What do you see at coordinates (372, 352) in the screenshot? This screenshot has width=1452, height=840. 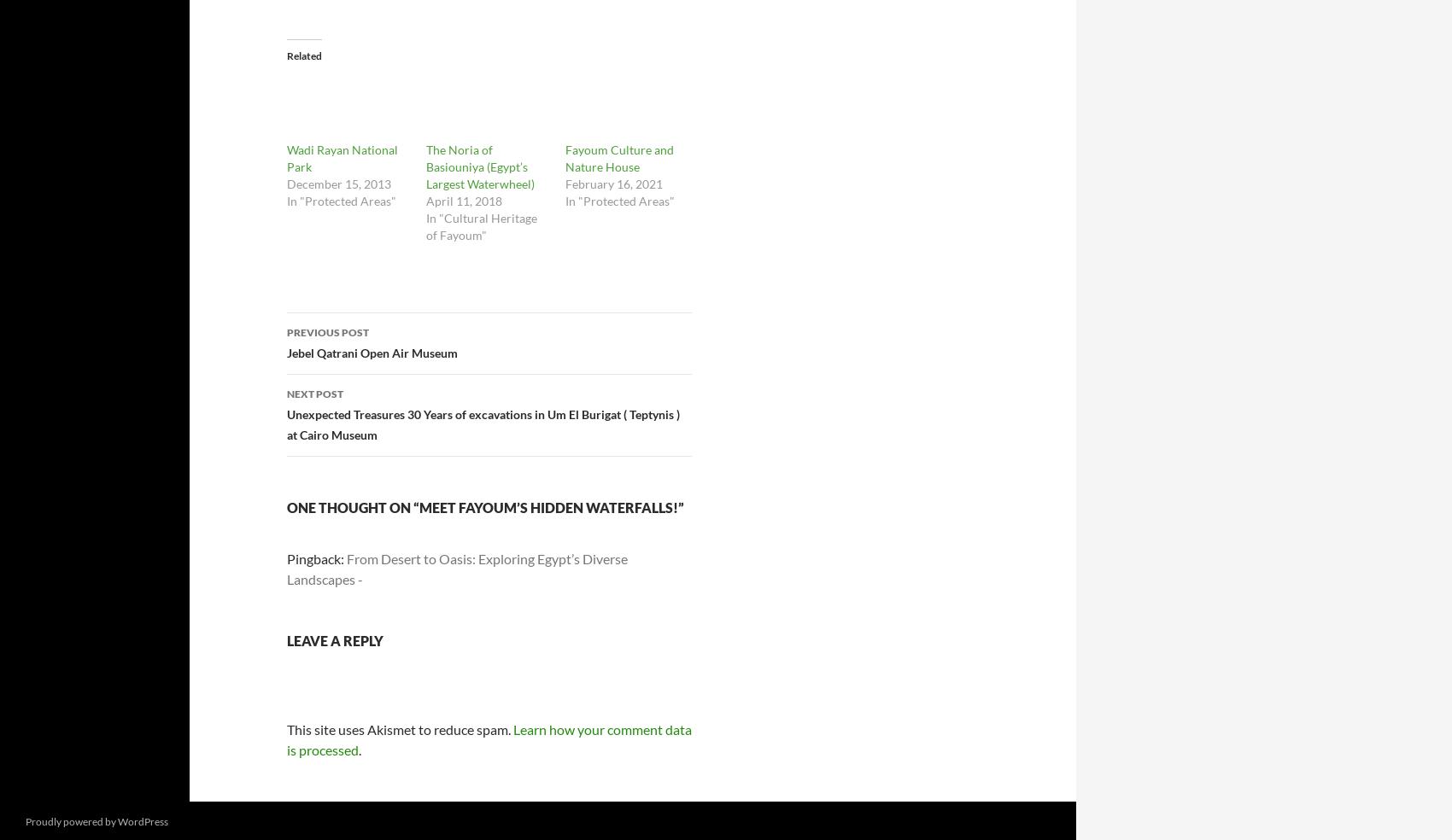 I see `'Jebel Qatrani Open Air Museum'` at bounding box center [372, 352].